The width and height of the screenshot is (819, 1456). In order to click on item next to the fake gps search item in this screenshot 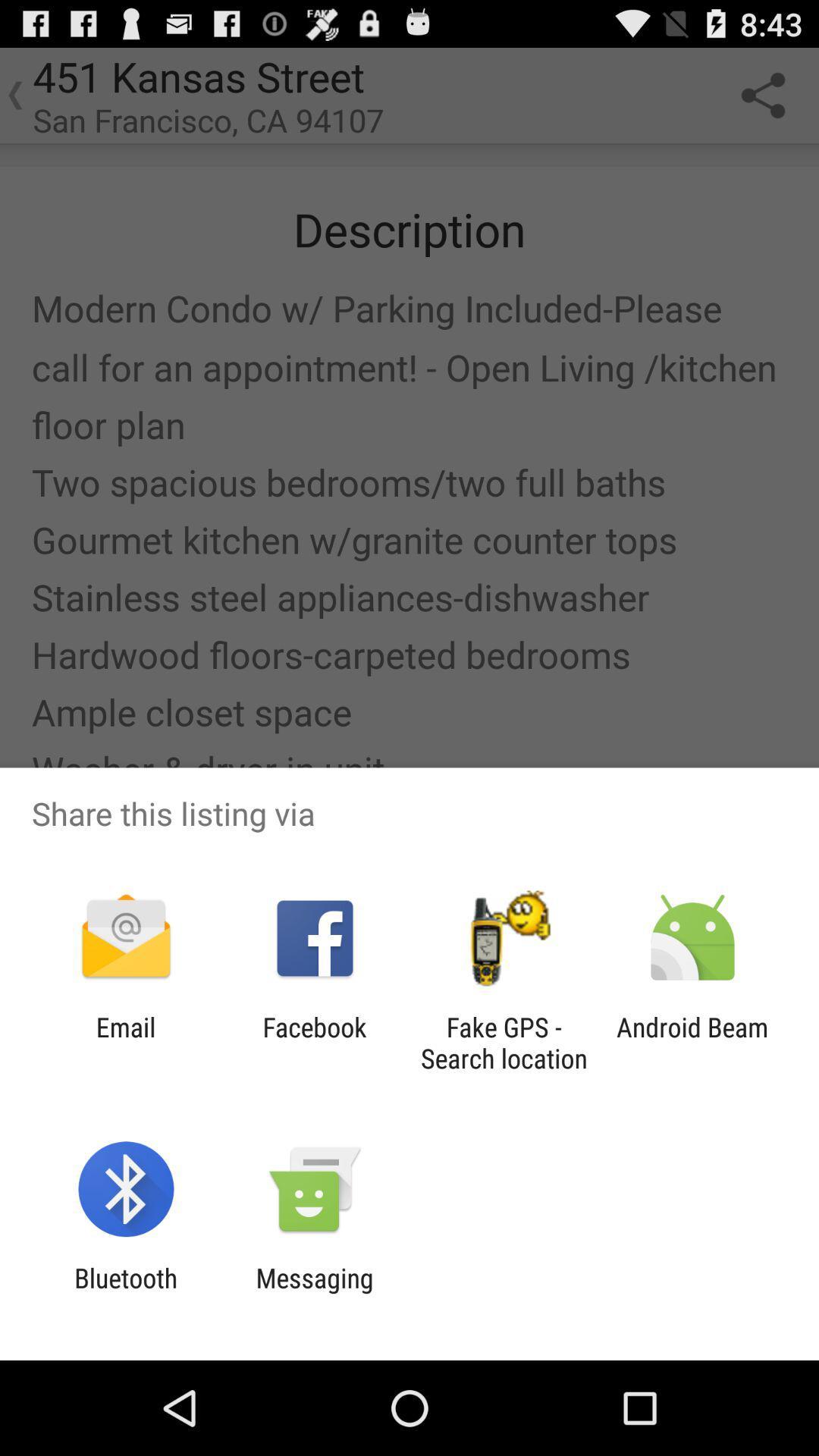, I will do `click(314, 1042)`.